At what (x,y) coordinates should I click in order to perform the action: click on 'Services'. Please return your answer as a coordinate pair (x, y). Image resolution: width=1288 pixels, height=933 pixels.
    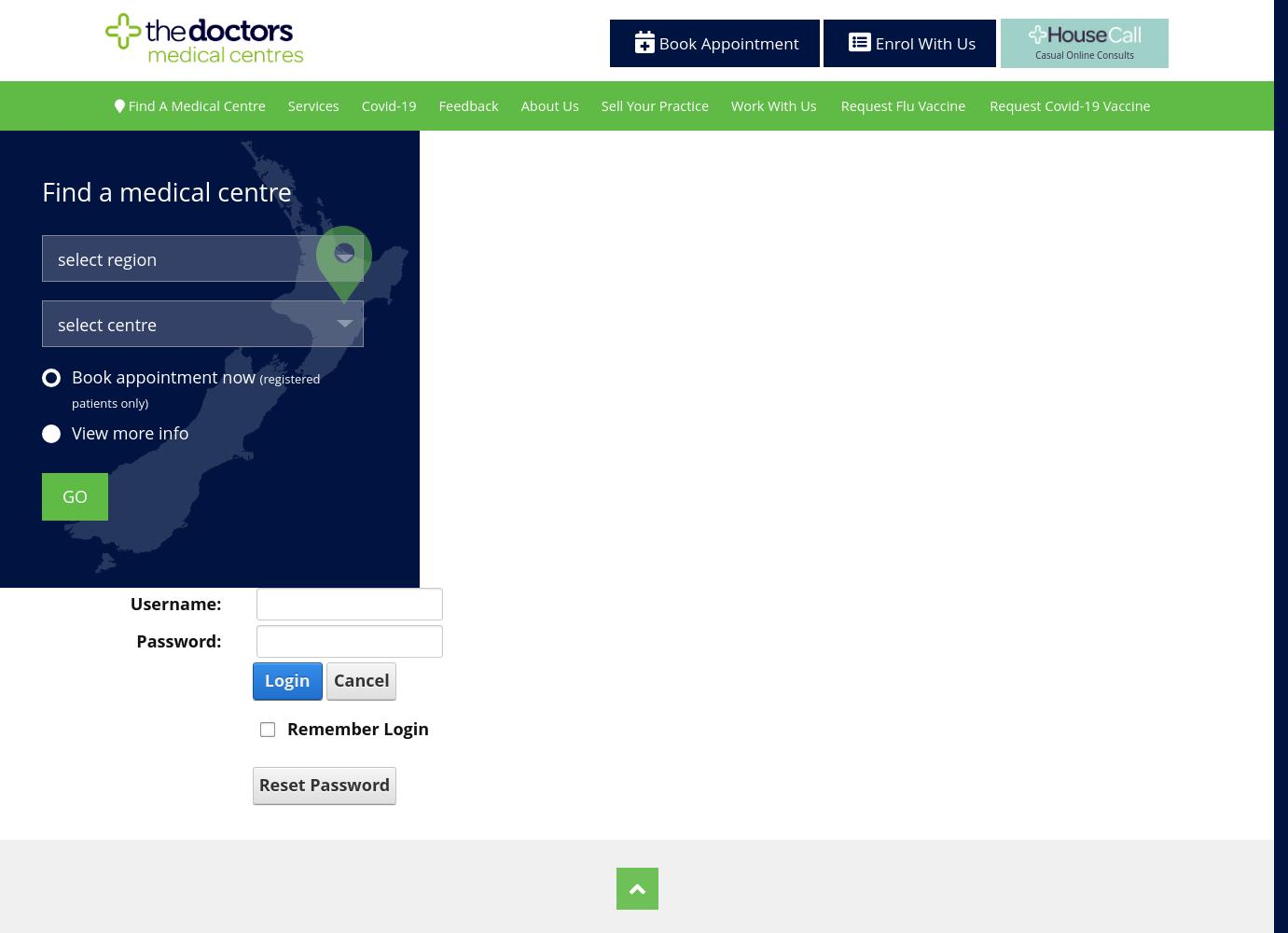
    Looking at the image, I should click on (312, 104).